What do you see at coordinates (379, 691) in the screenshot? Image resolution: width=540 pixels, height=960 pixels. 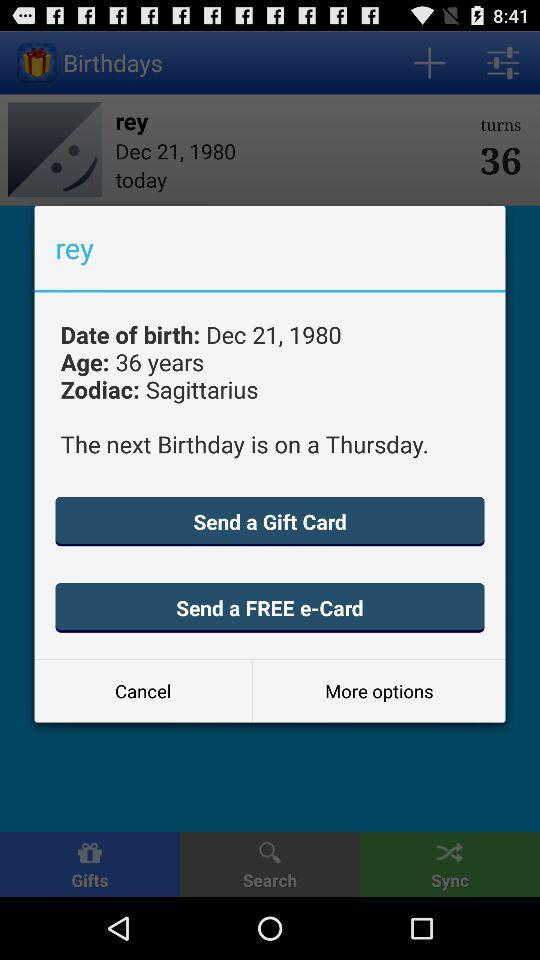 I see `the icon below send a free button` at bounding box center [379, 691].